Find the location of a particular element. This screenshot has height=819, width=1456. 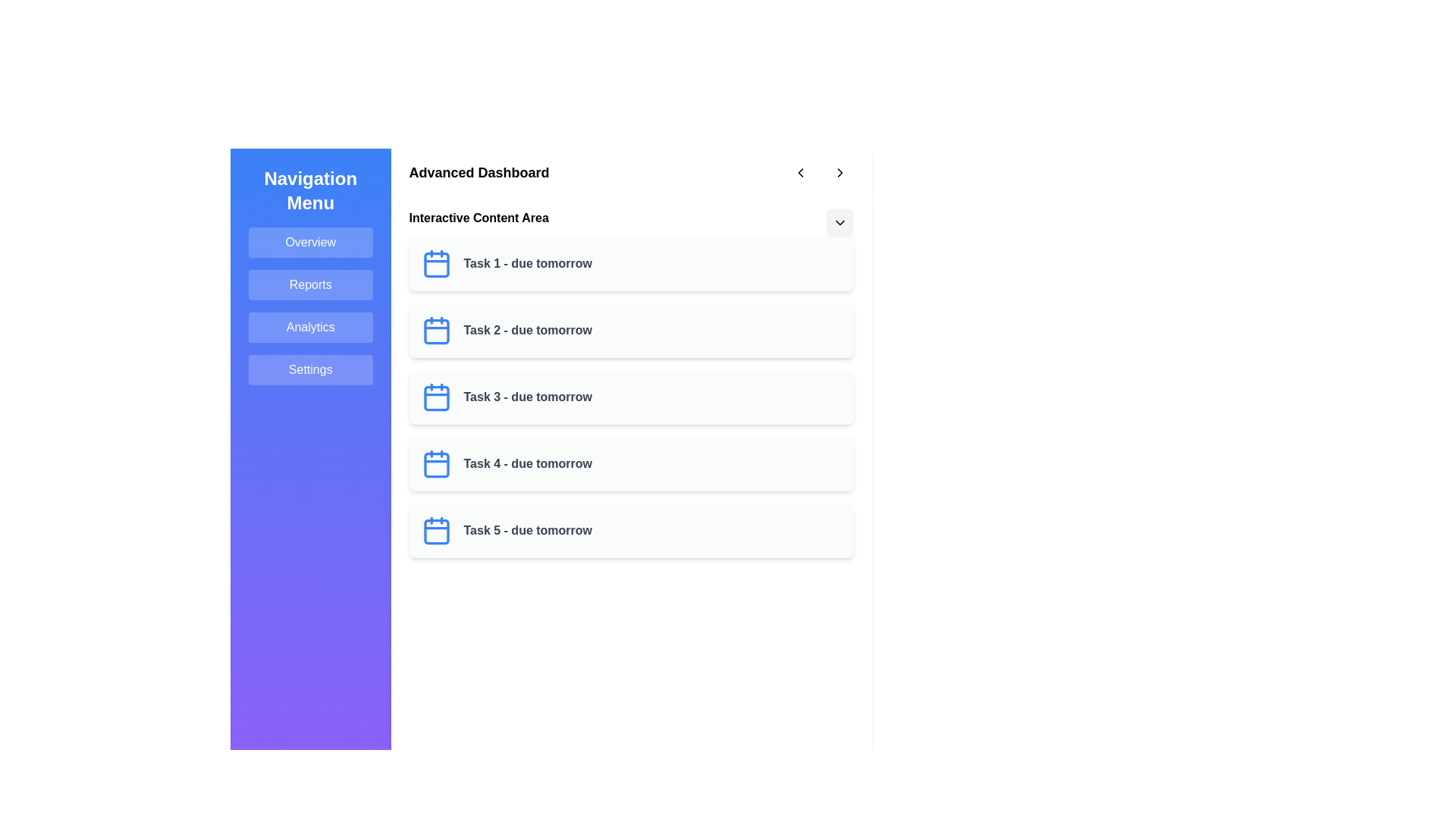

the navigational button located at the top of the vertical list in the left navigation menu, which redirects to an overview or summary section, to trigger a visual change is located at coordinates (309, 242).